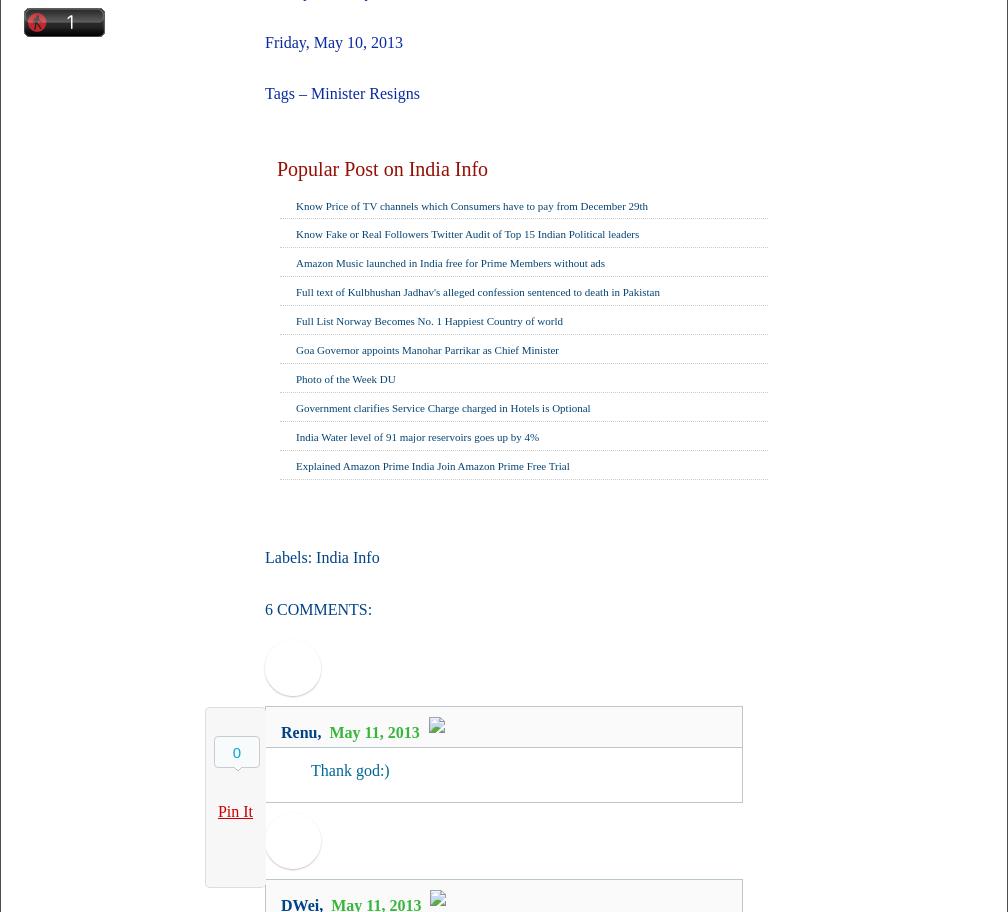 The image size is (1008, 912). Describe the element at coordinates (345, 377) in the screenshot. I see `'Photo of the Week DU'` at that location.